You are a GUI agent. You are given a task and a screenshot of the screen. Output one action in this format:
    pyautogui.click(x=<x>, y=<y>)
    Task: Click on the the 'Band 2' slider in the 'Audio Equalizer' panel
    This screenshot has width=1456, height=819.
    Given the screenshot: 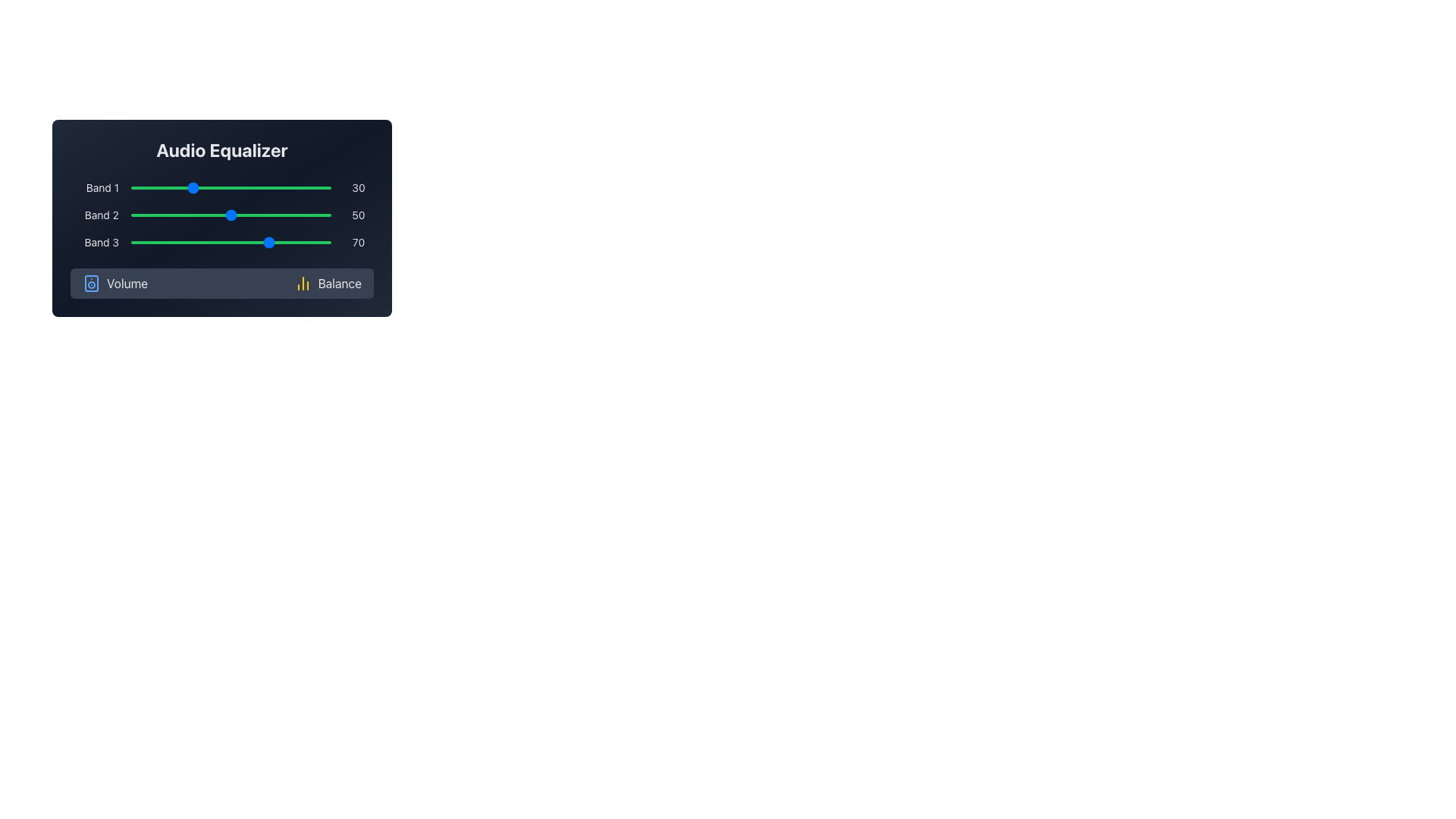 What is the action you would take?
    pyautogui.click(x=231, y=215)
    